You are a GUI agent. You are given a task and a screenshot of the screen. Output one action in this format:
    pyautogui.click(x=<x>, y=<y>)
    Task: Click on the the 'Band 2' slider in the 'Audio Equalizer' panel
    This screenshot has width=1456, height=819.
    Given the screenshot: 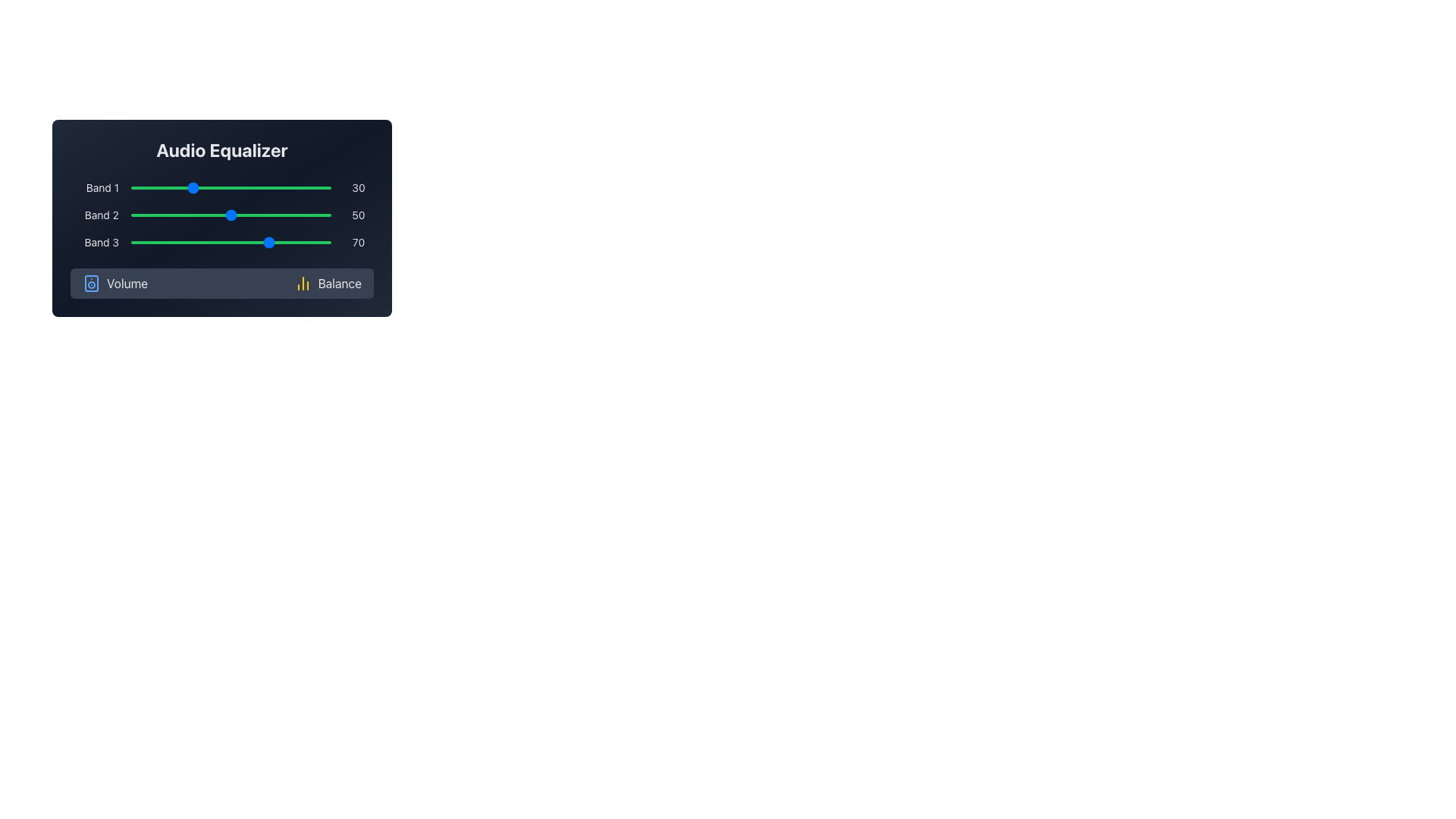 What is the action you would take?
    pyautogui.click(x=231, y=215)
    